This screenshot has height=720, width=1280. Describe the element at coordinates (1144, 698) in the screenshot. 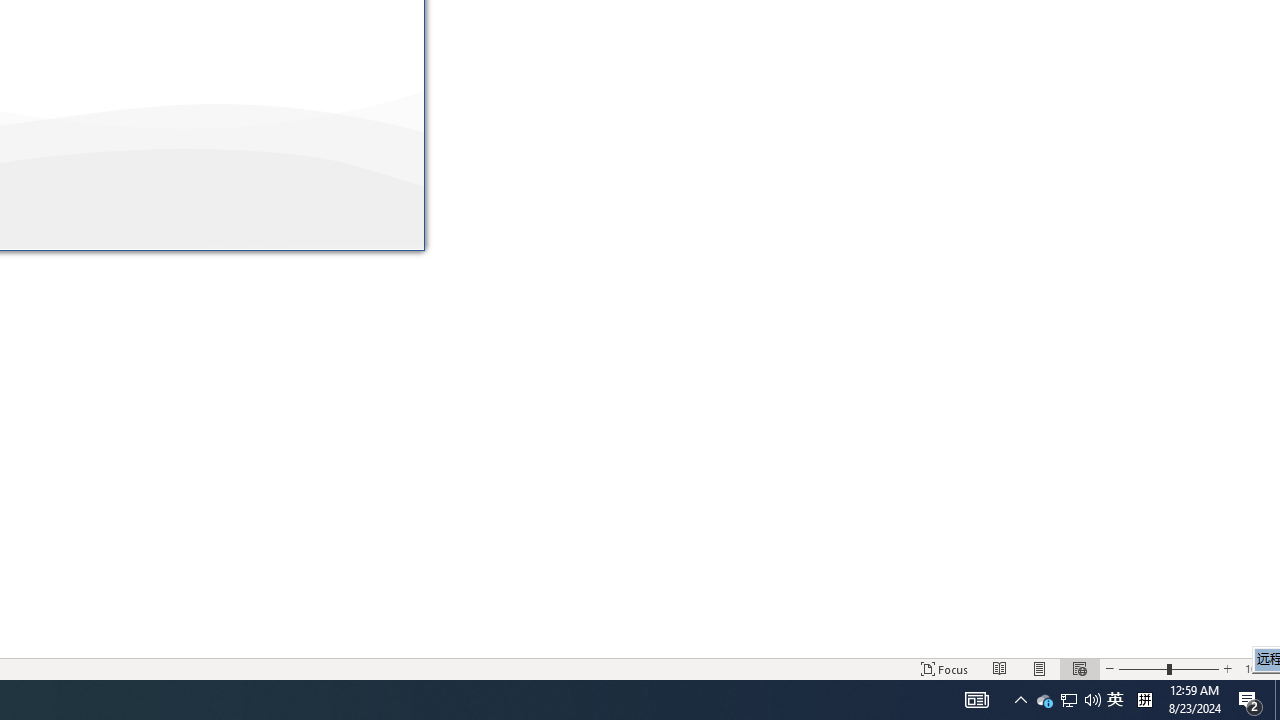

I see `'Tray Input Indicator - Chinese (Simplified, China)'` at that location.